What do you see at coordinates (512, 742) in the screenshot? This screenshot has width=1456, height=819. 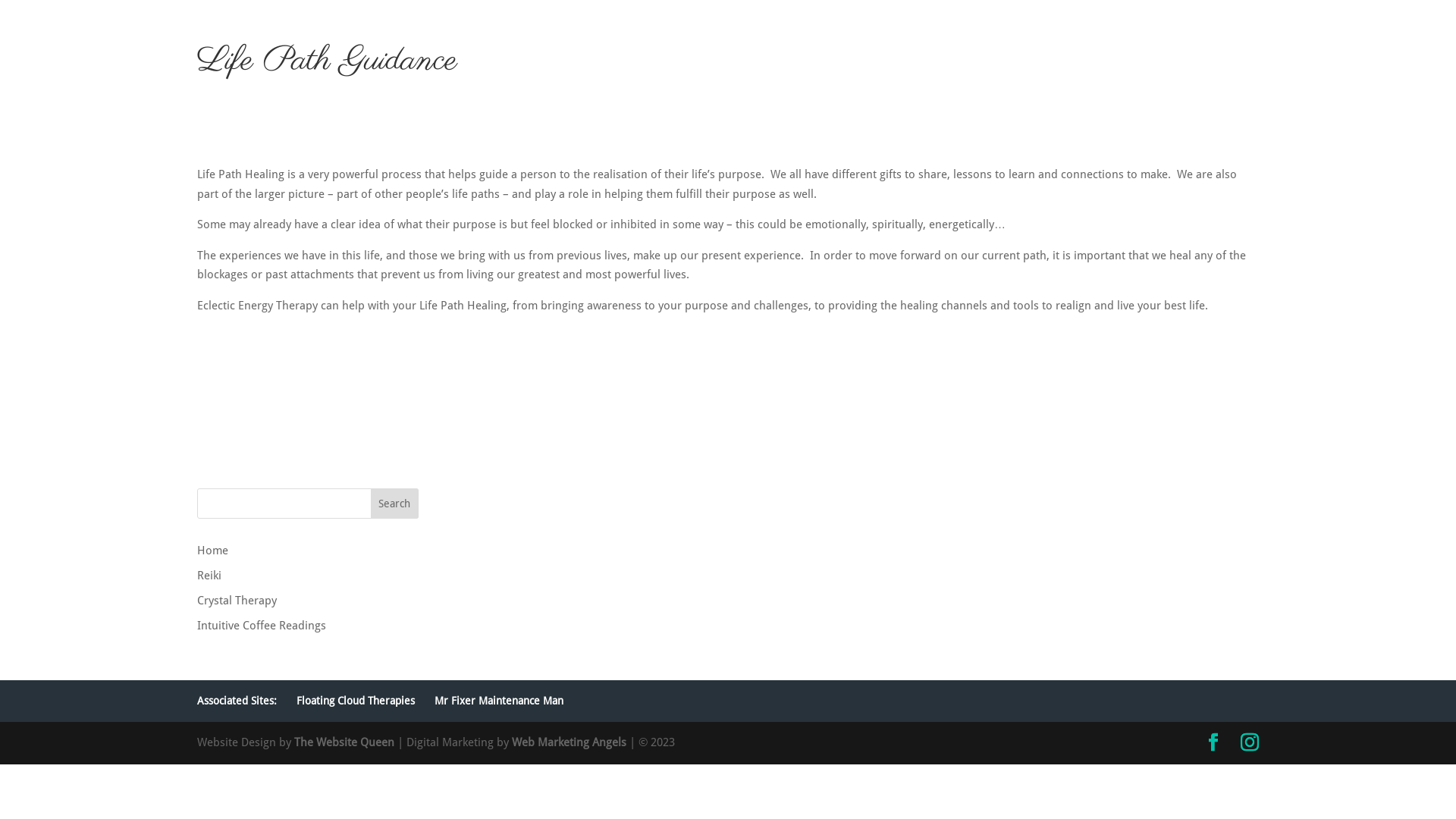 I see `'Web Marketing Angels'` at bounding box center [512, 742].